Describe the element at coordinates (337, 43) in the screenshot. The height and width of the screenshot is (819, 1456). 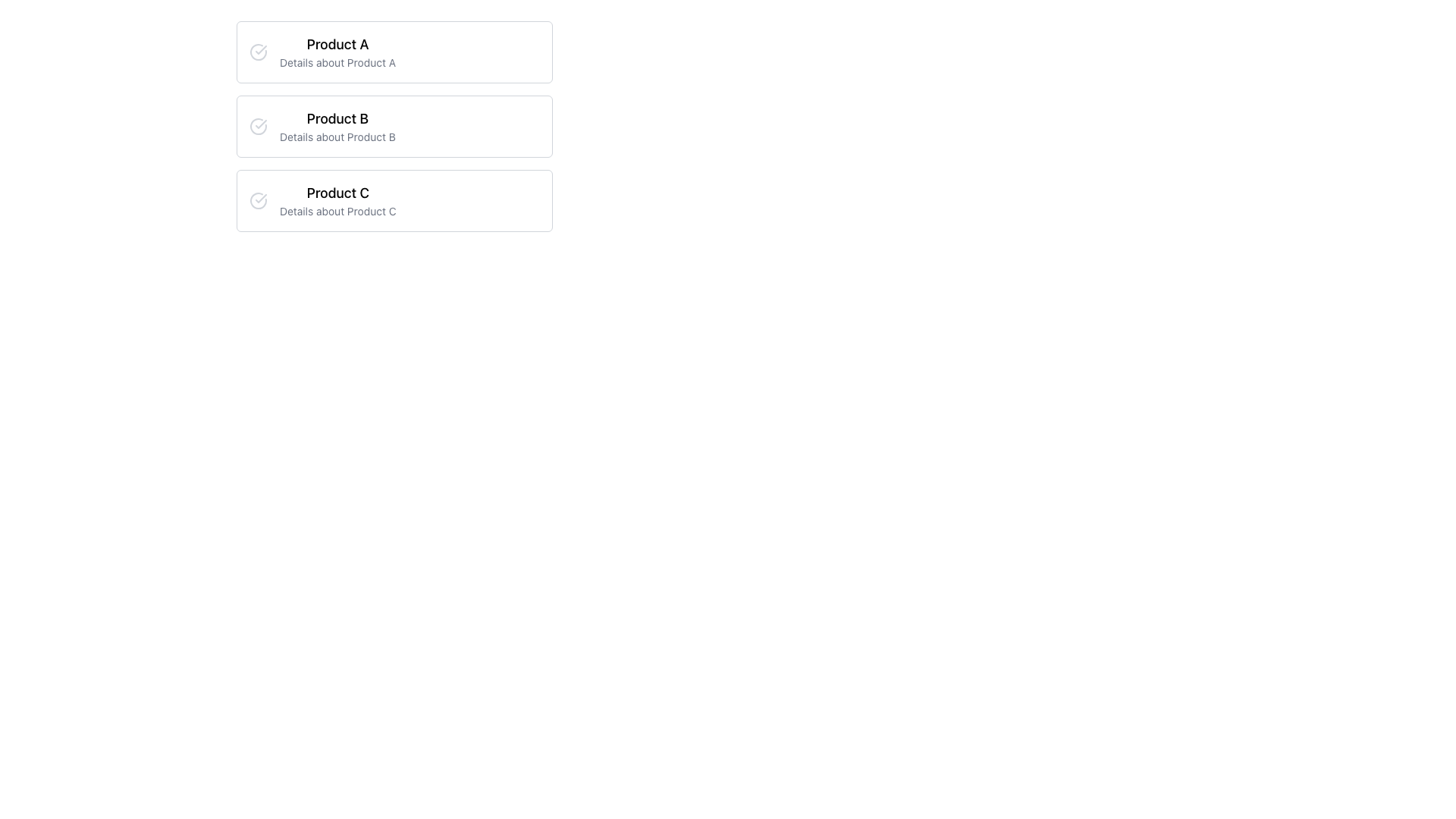
I see `the primary title text label for the first product listed, located at the top-left section of the layout, above the descriptive text 'Details about Product A'` at that location.